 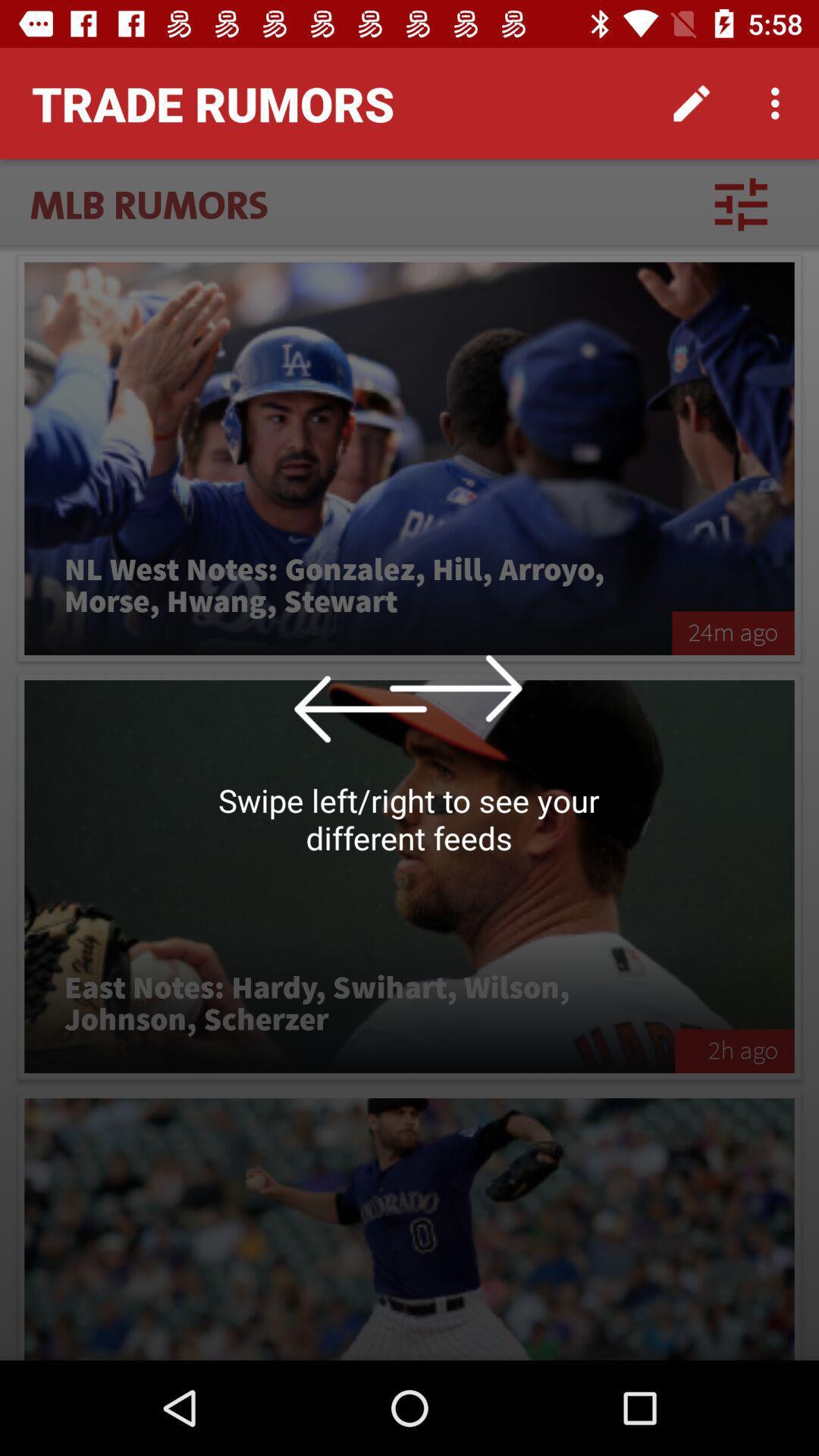 What do you see at coordinates (348, 585) in the screenshot?
I see `icon to the left of the 24m ago` at bounding box center [348, 585].